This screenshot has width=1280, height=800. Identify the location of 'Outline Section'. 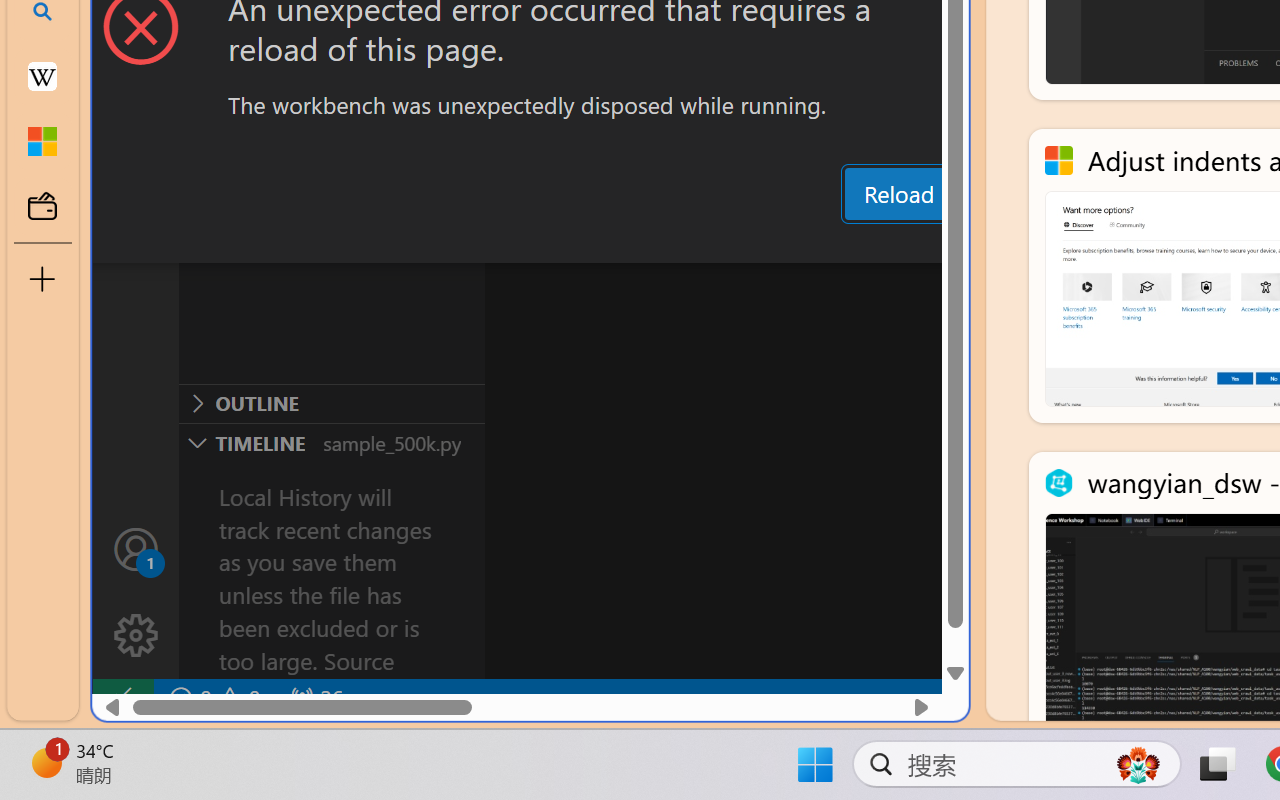
(331, 403).